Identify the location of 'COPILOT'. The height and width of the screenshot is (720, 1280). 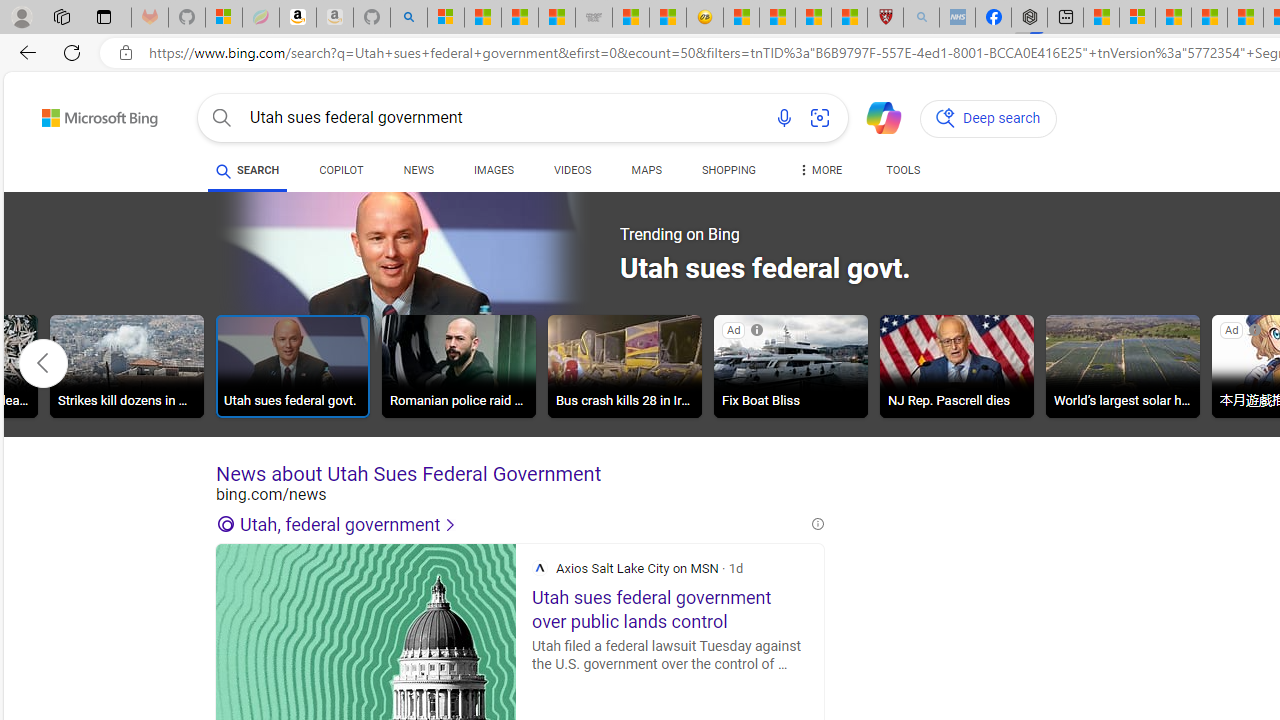
(341, 170).